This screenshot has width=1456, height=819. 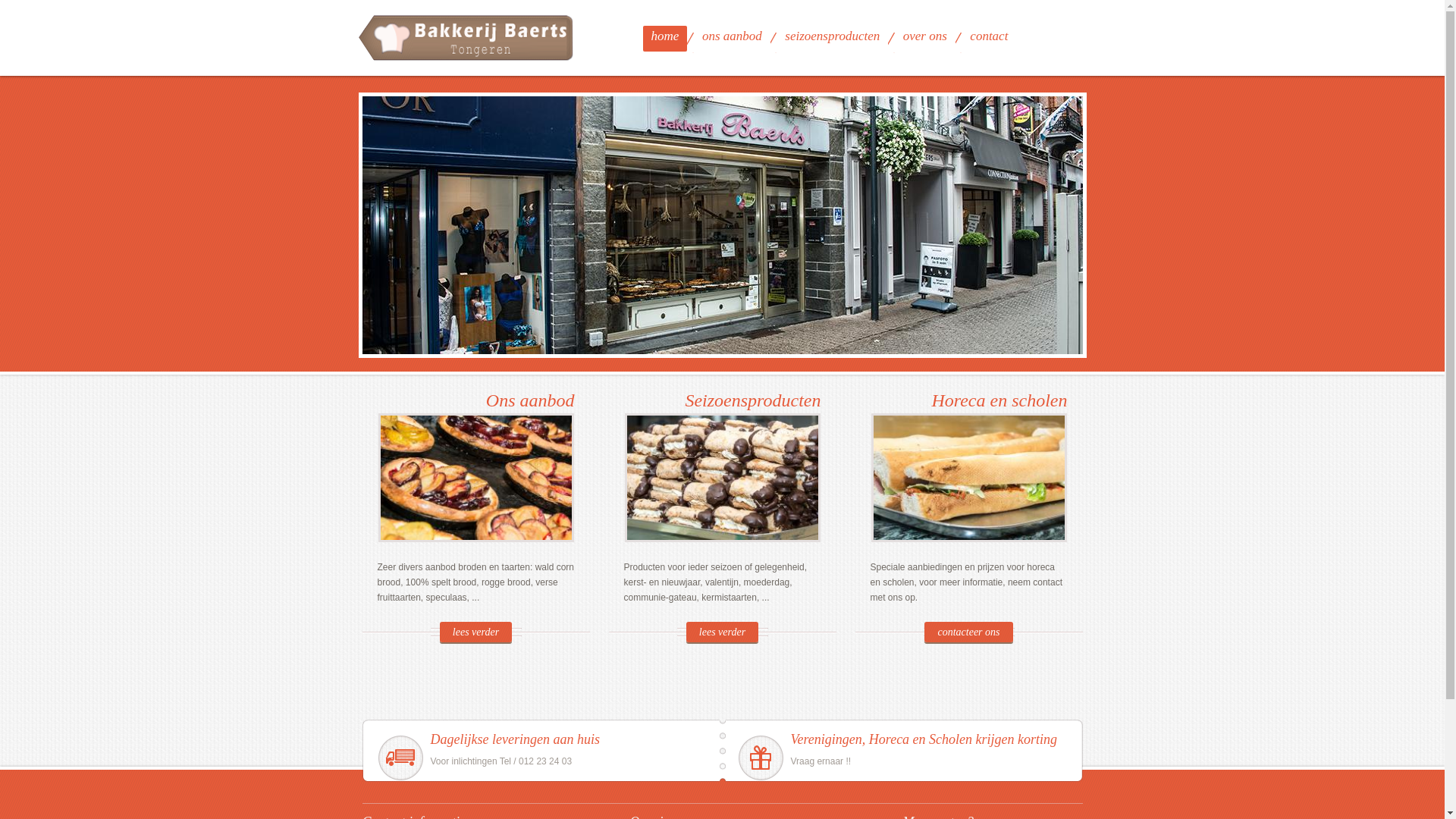 I want to click on 'contacteer ons', so click(x=967, y=632).